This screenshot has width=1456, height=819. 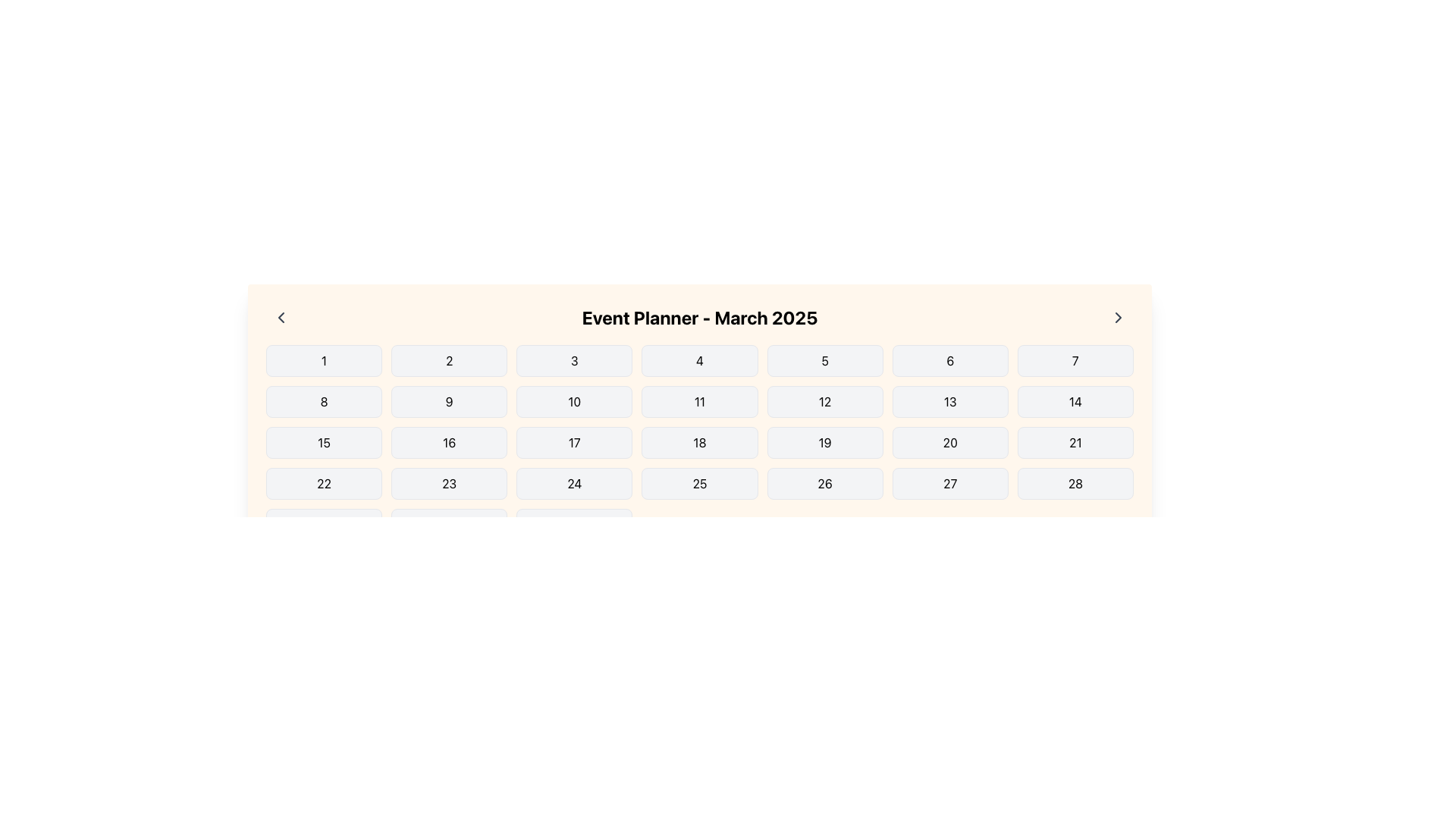 I want to click on the button, so click(x=824, y=483).